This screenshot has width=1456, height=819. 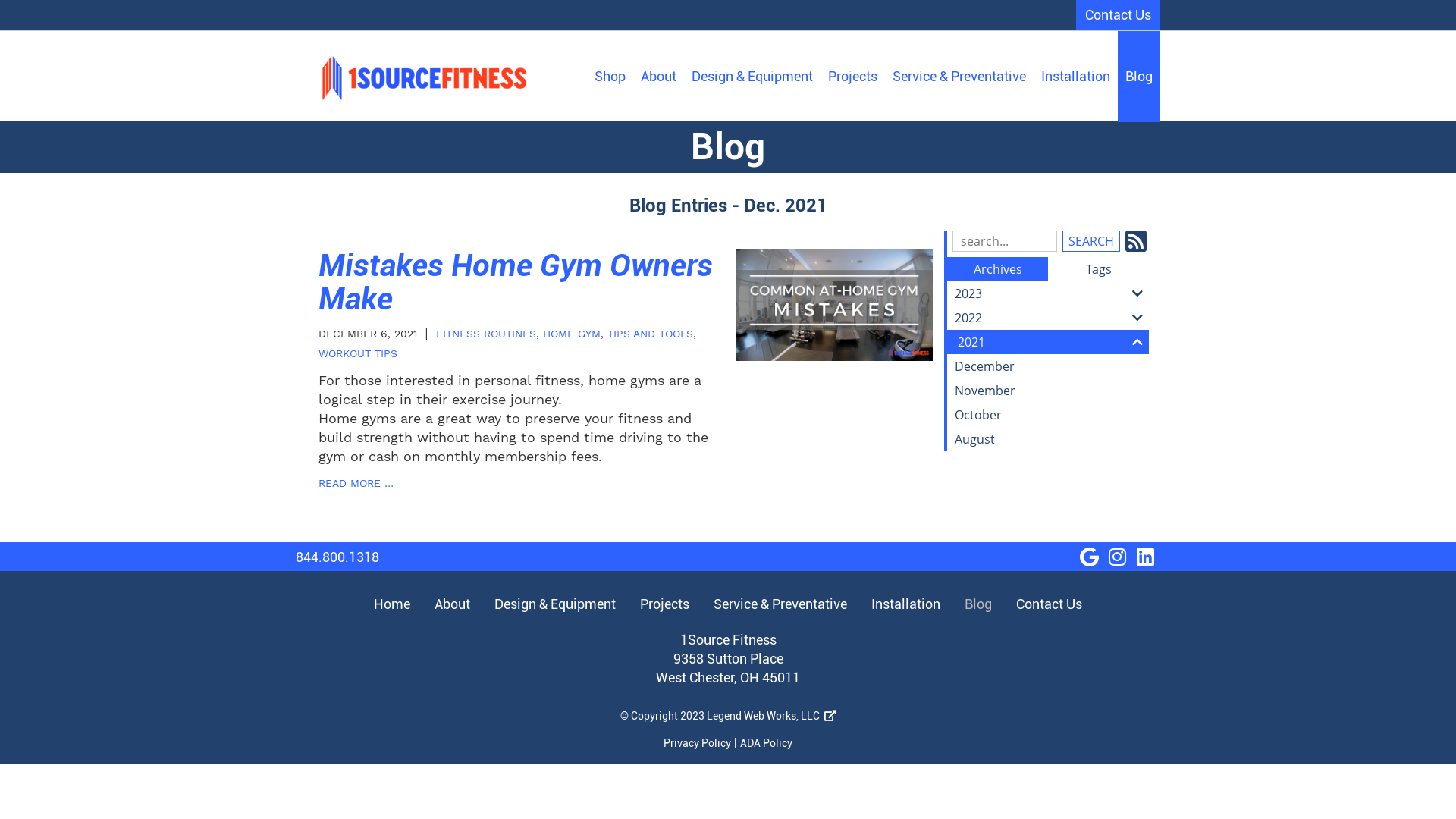 I want to click on 'December', so click(x=946, y=366).